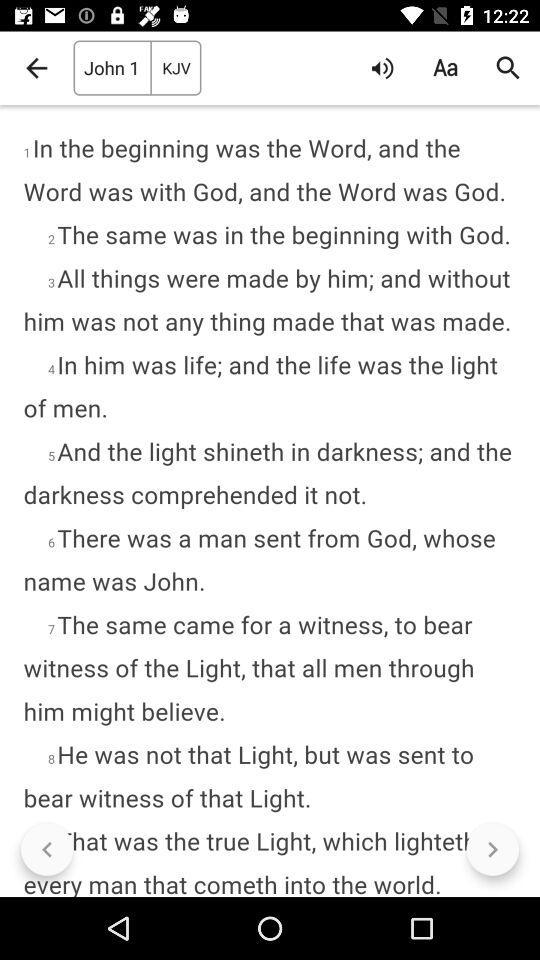 The image size is (540, 960). What do you see at coordinates (111, 68) in the screenshot?
I see `john 1 icon` at bounding box center [111, 68].